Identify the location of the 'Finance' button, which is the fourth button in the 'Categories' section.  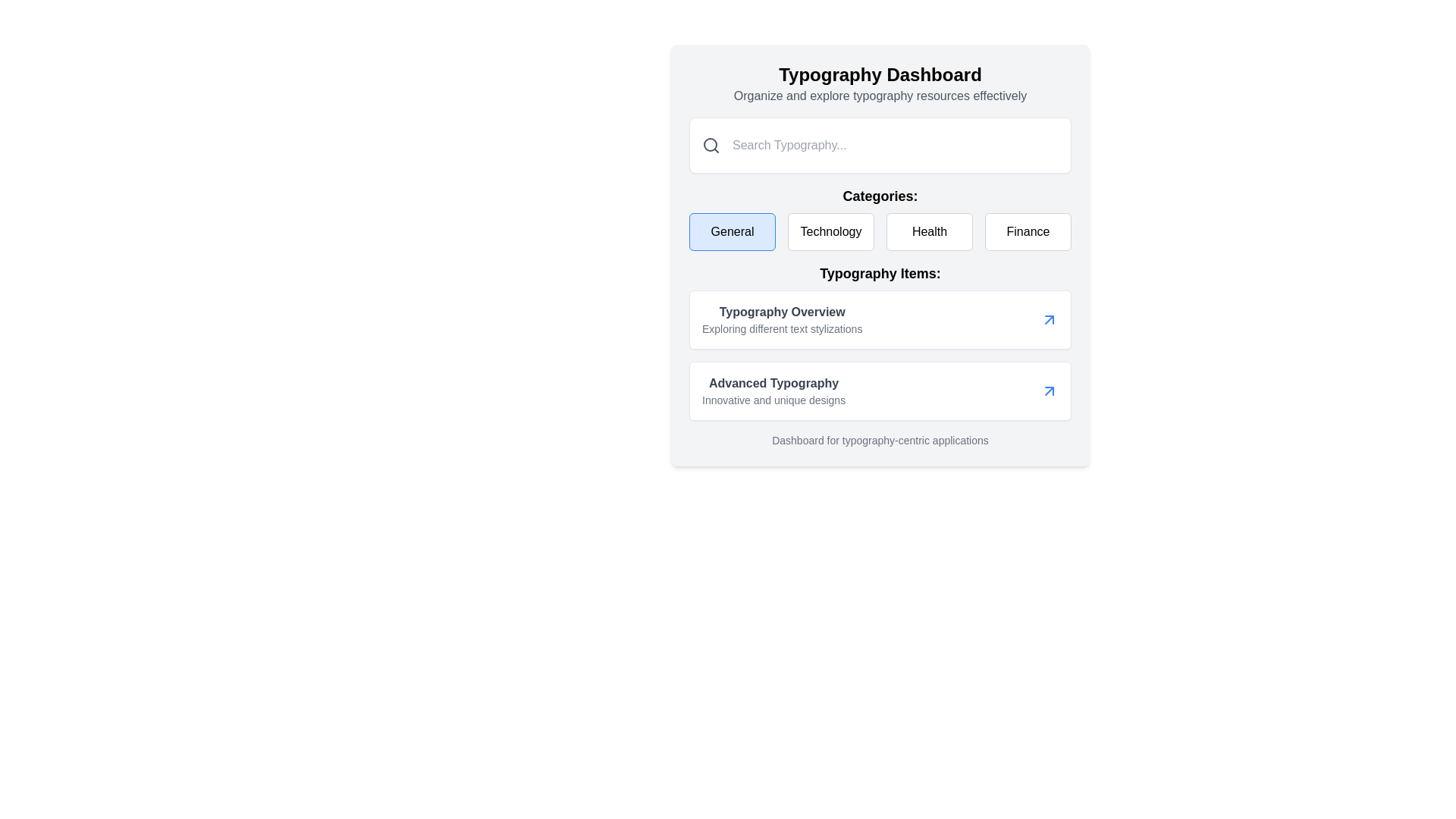
(1028, 231).